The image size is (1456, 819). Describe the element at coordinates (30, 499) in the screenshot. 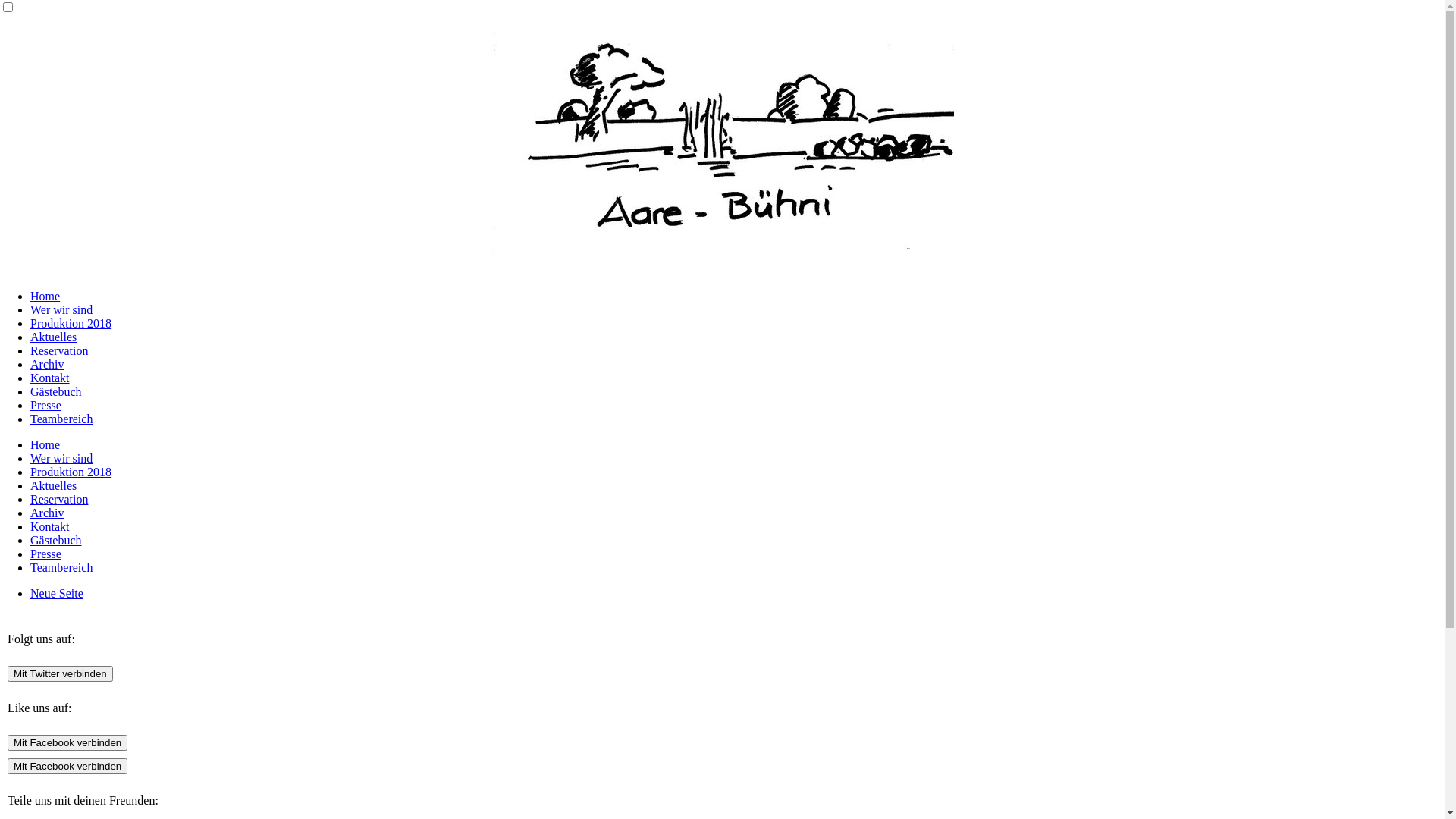

I see `'Reservation'` at that location.